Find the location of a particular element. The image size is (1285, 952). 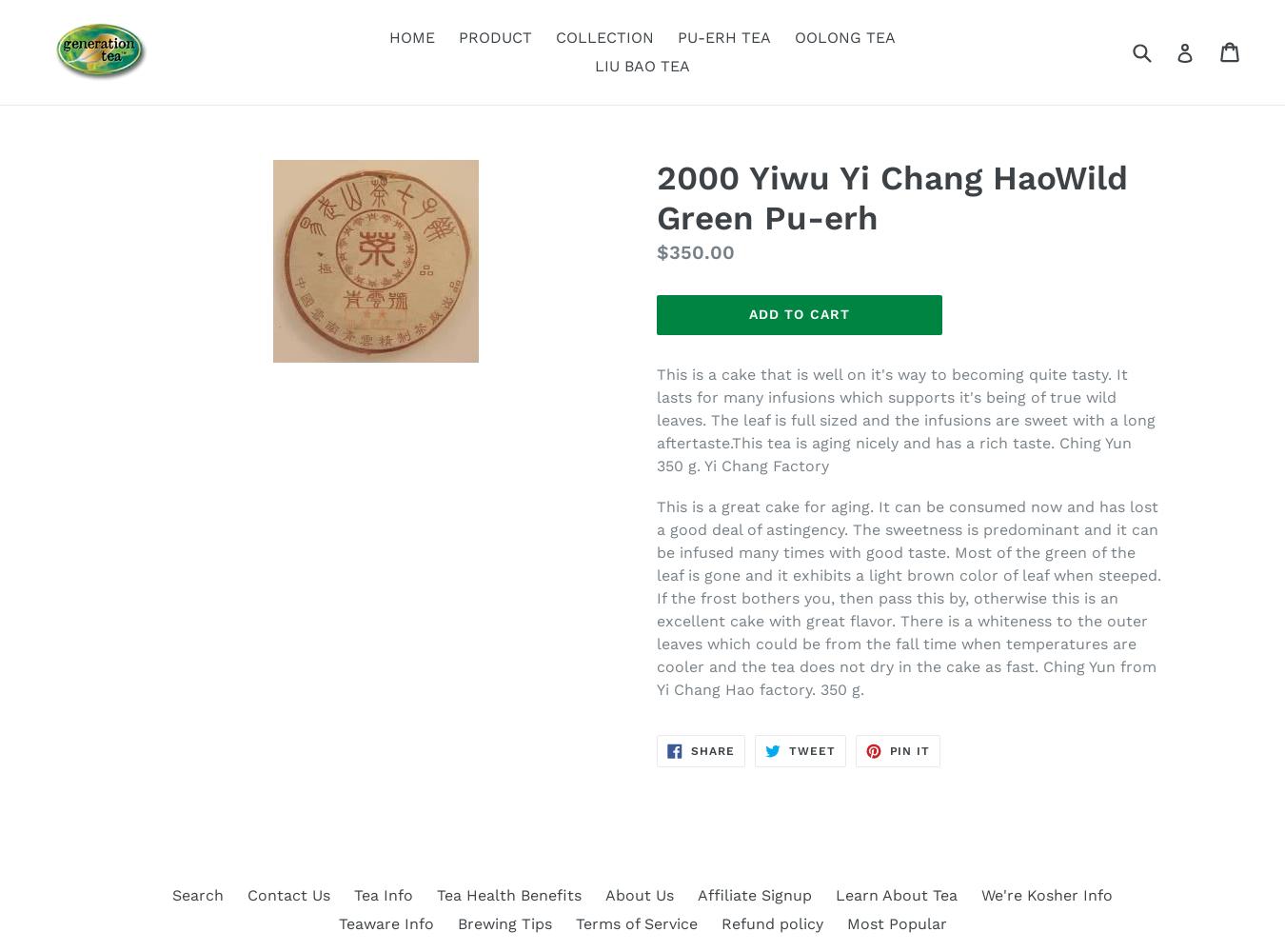

'Search' is located at coordinates (172, 894).